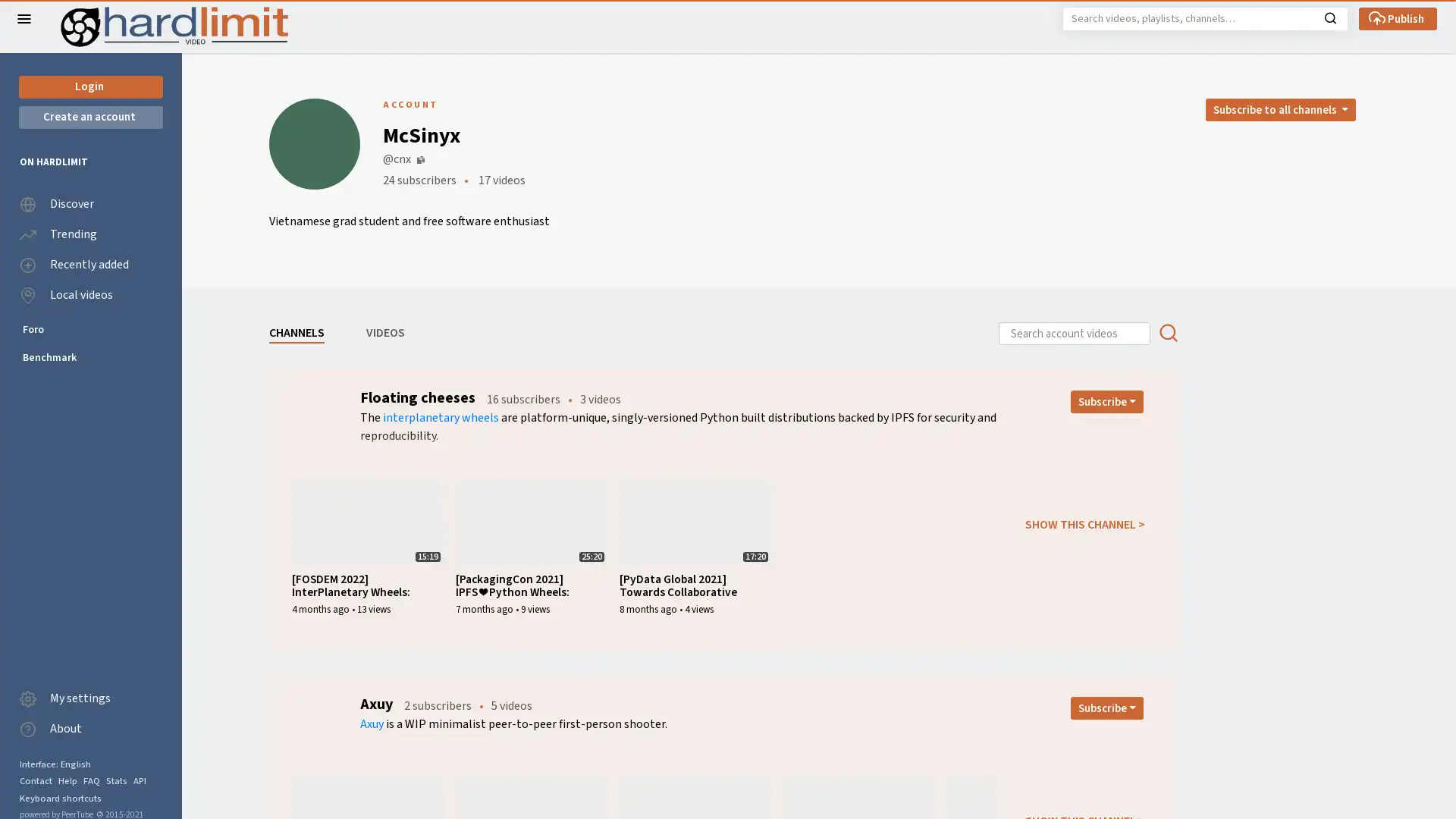  I want to click on Interface: English, so click(55, 764).